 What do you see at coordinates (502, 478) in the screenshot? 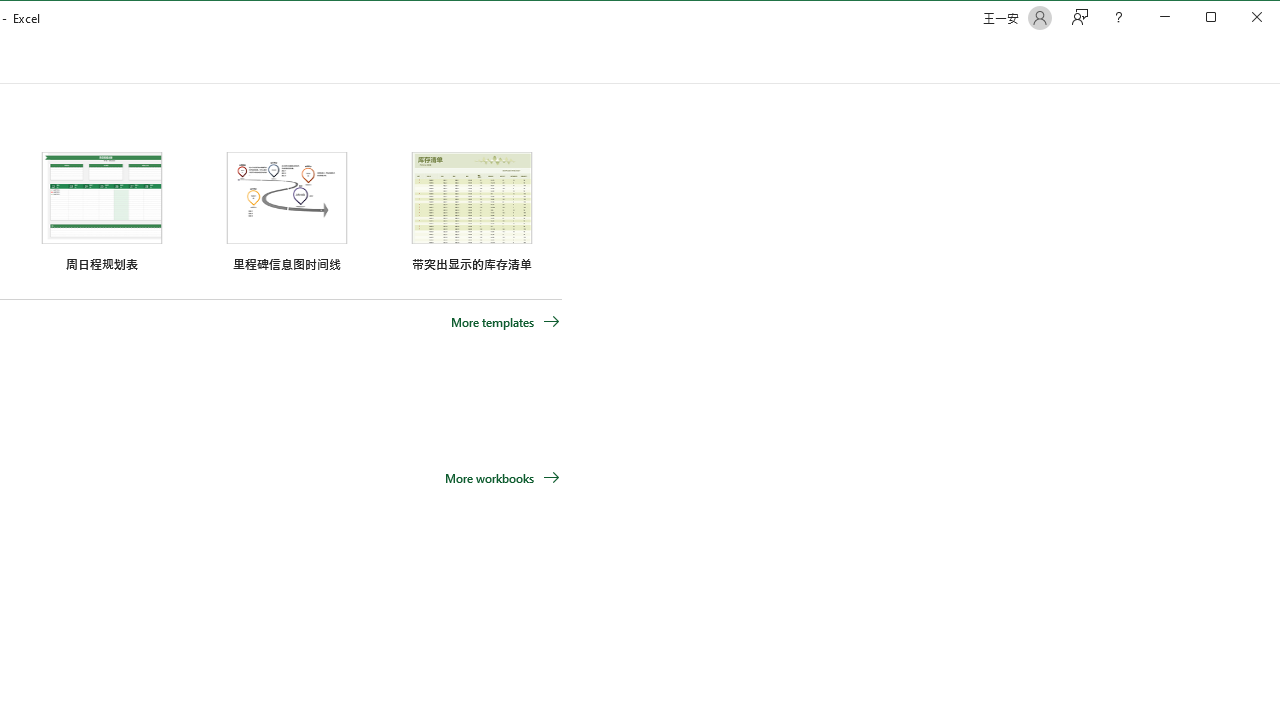
I see `'More workbooks'` at bounding box center [502, 478].